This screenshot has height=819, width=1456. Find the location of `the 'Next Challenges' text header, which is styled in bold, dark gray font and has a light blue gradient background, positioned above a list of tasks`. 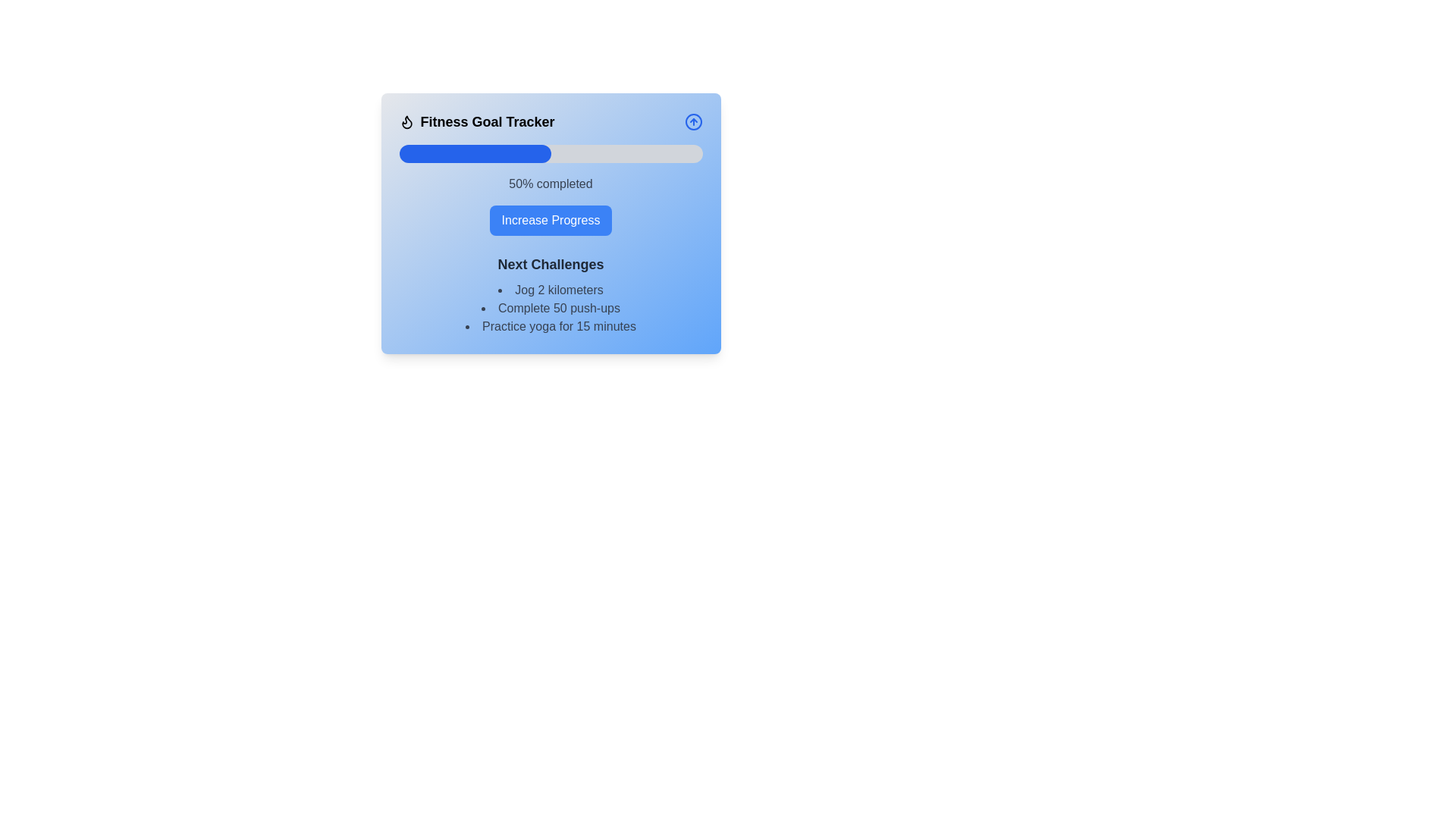

the 'Next Challenges' text header, which is styled in bold, dark gray font and has a light blue gradient background, positioned above a list of tasks is located at coordinates (550, 263).